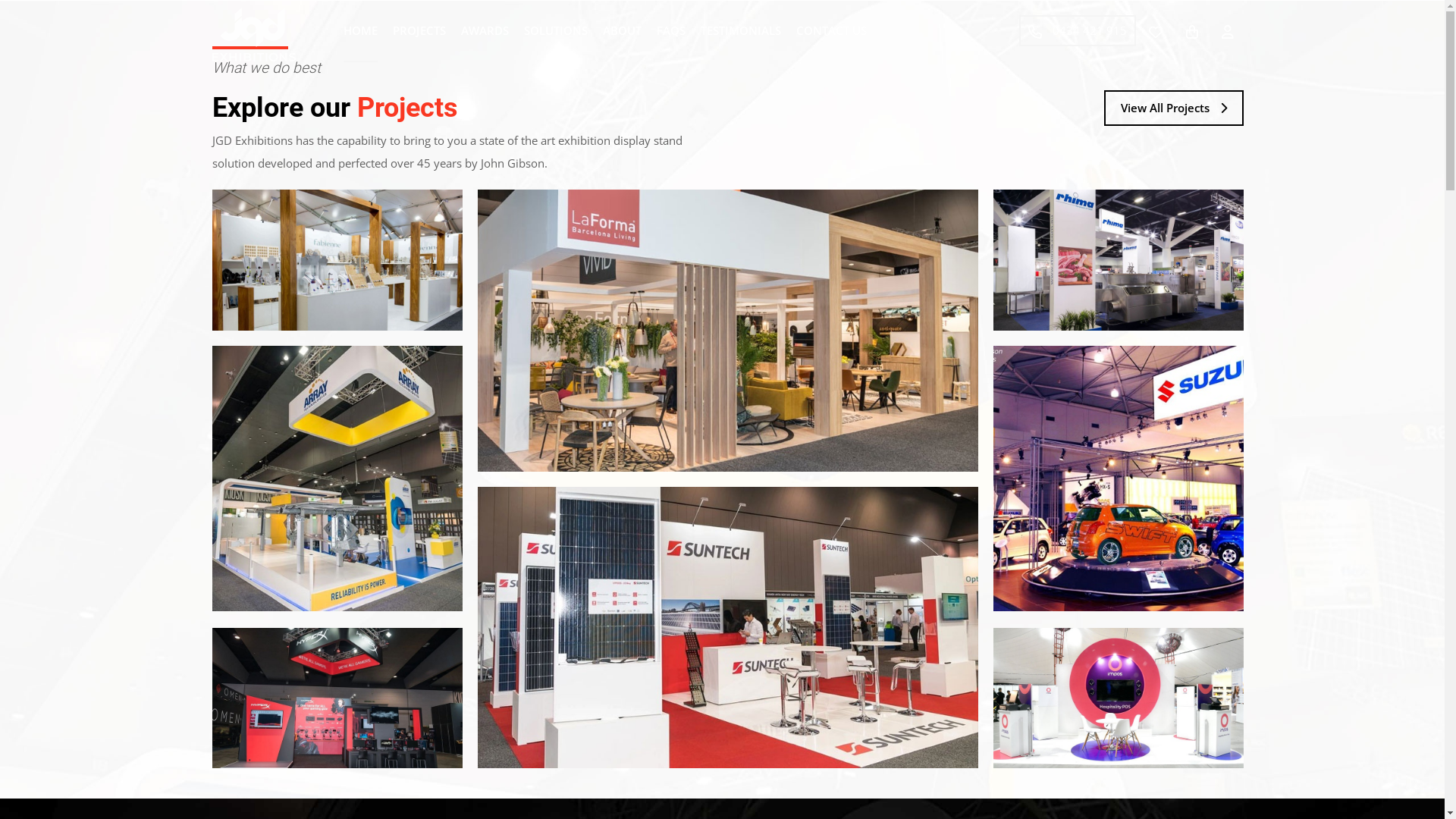 The image size is (1456, 819). I want to click on 'AWARDS', so click(484, 30).